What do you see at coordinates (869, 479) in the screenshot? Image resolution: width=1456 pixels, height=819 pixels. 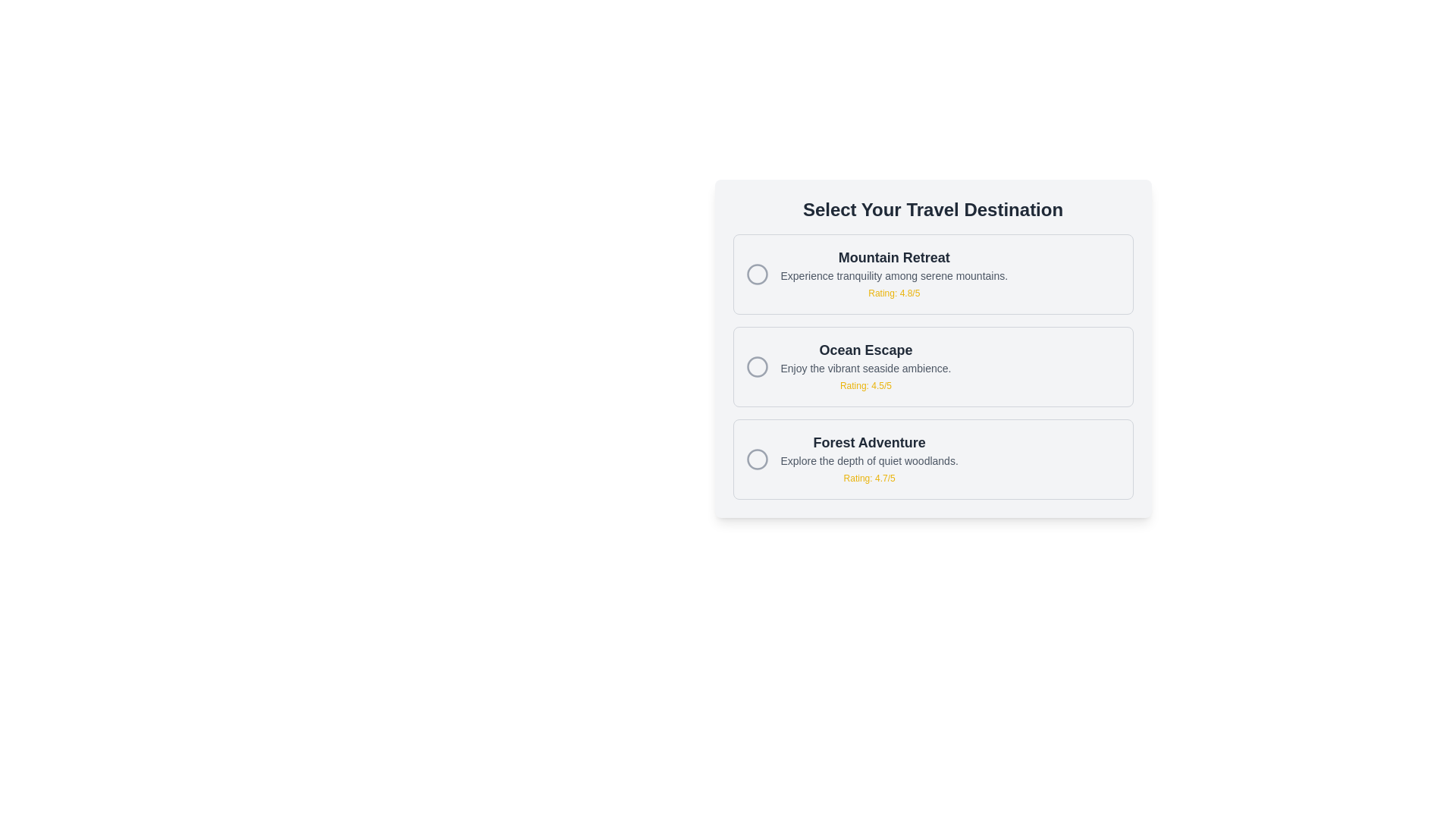 I see `the static text label displaying the rating information for the 'Forest Adventure' option, located at the bottom-right of the corresponding card` at bounding box center [869, 479].